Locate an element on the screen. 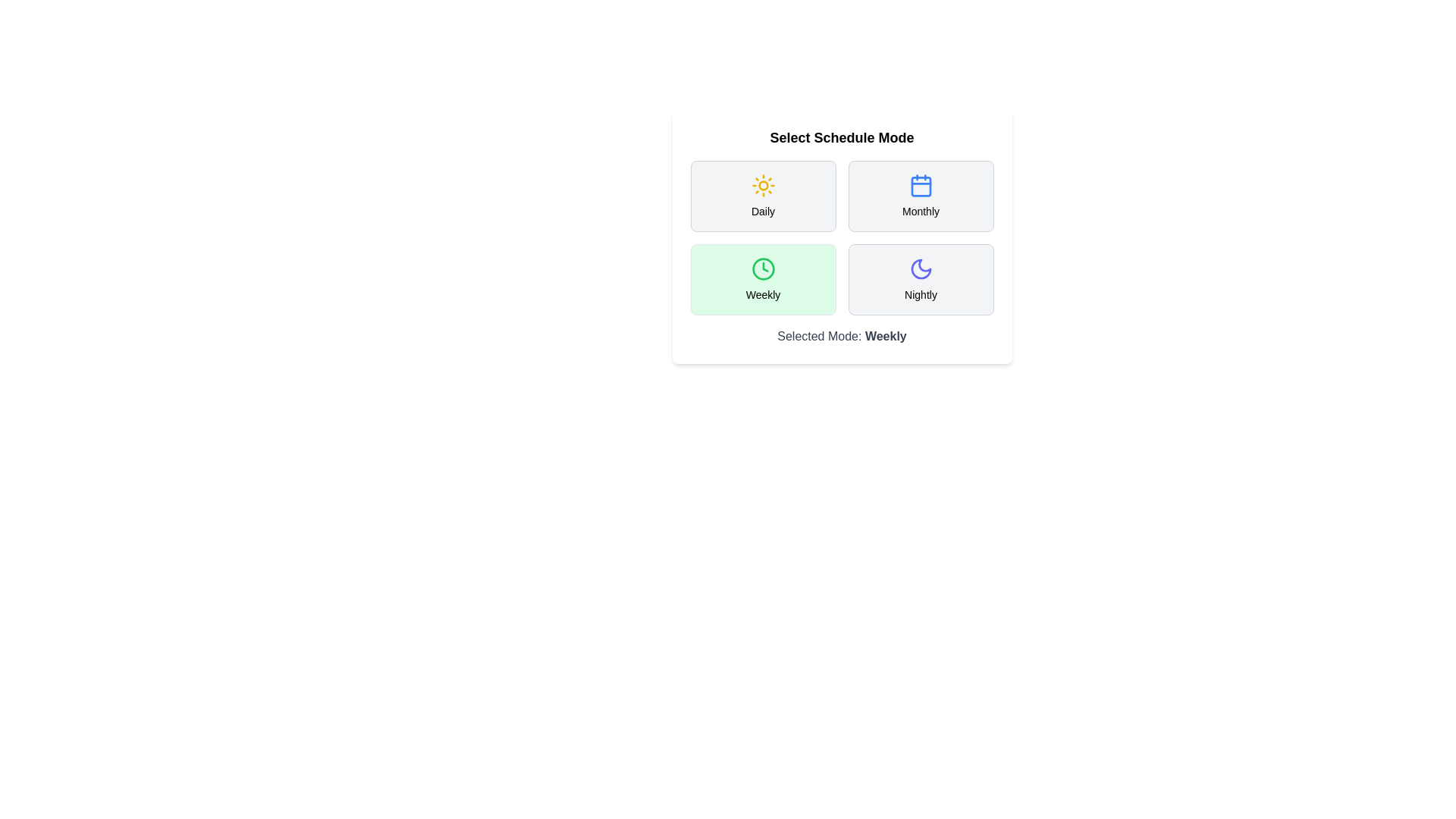 This screenshot has height=819, width=1456. the mode button for Monthly is located at coordinates (920, 195).